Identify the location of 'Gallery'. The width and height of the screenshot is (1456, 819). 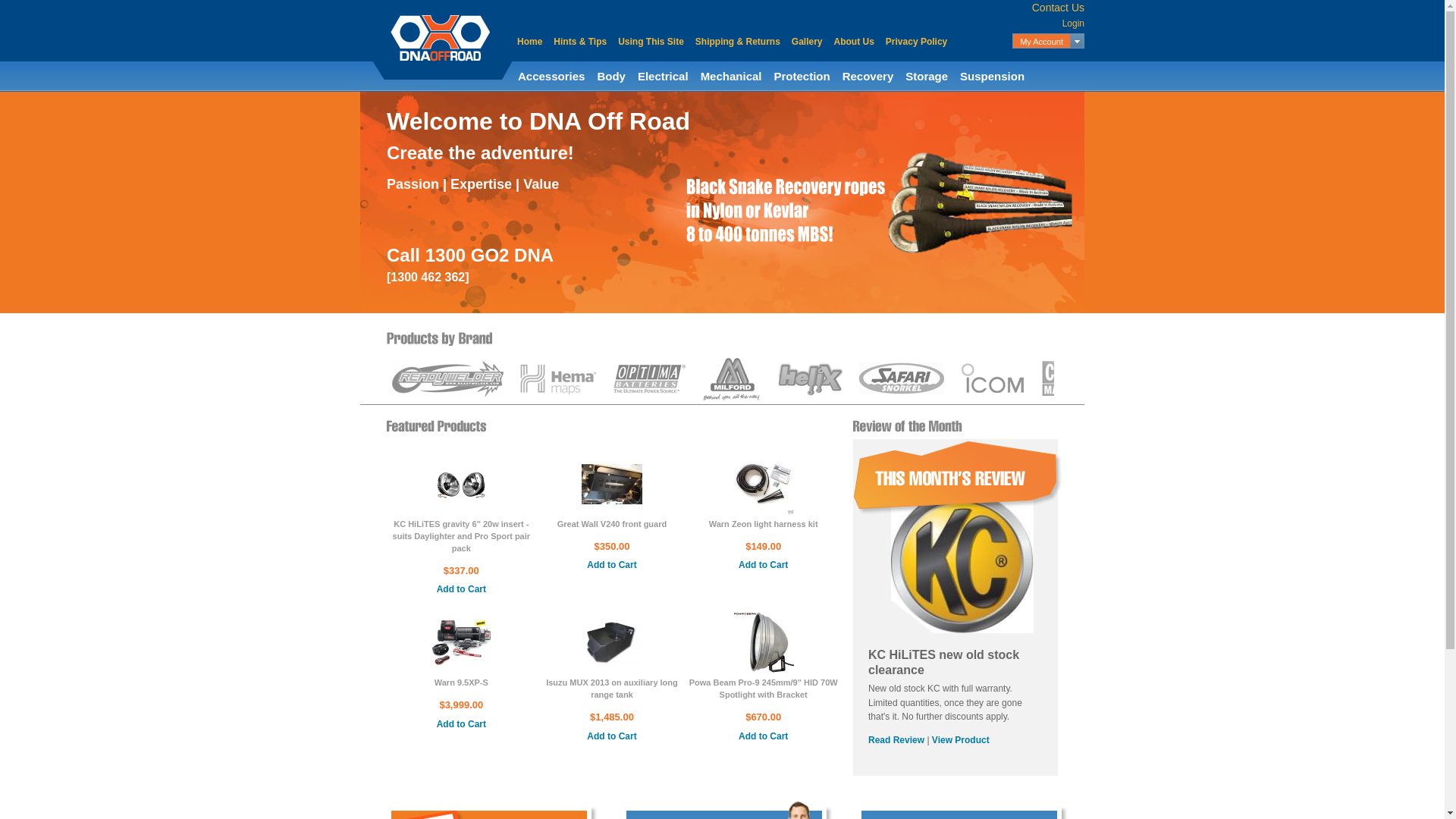
(806, 40).